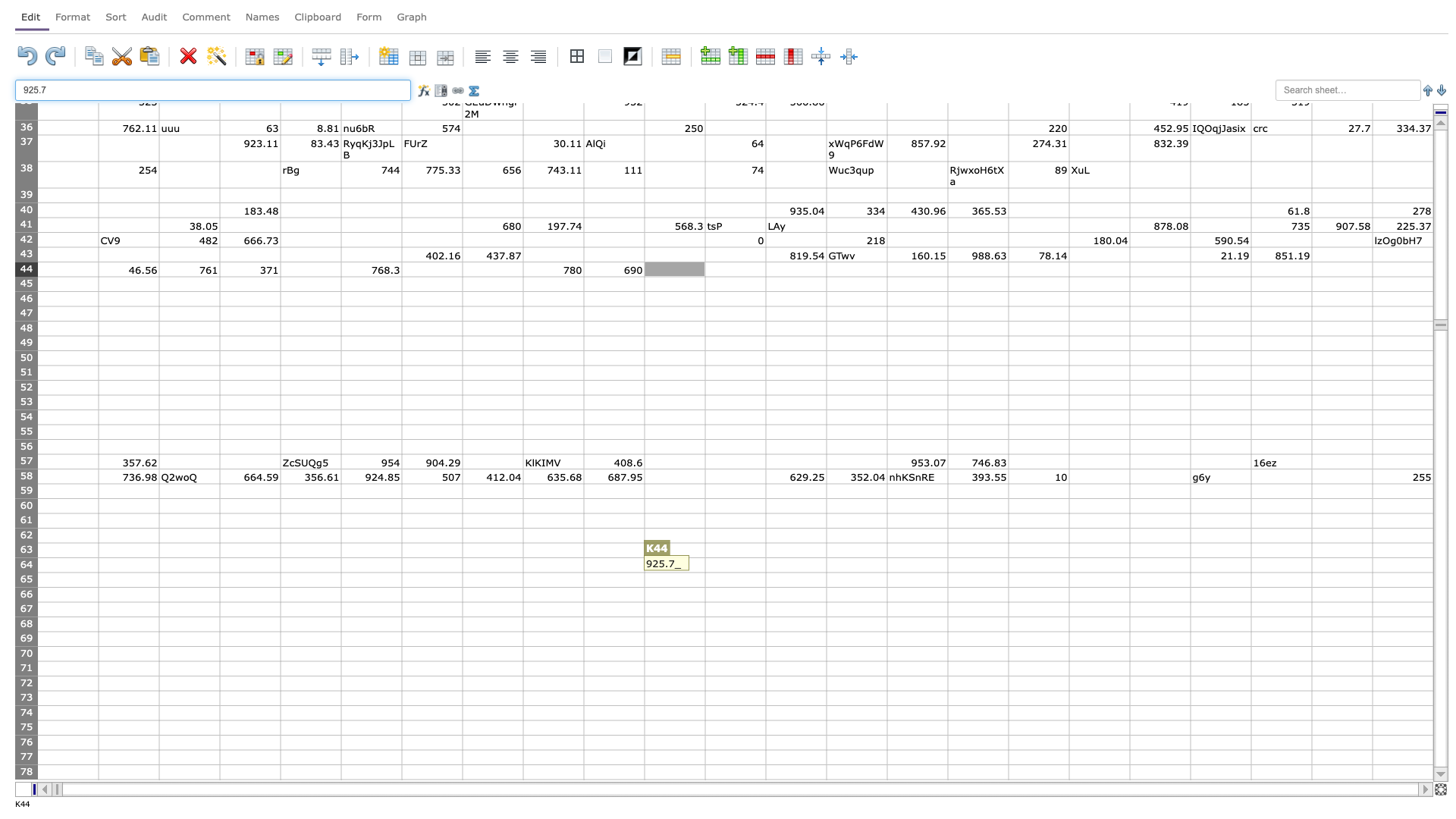 The image size is (1456, 819). I want to click on fill handle point of R64, so click(1129, 573).